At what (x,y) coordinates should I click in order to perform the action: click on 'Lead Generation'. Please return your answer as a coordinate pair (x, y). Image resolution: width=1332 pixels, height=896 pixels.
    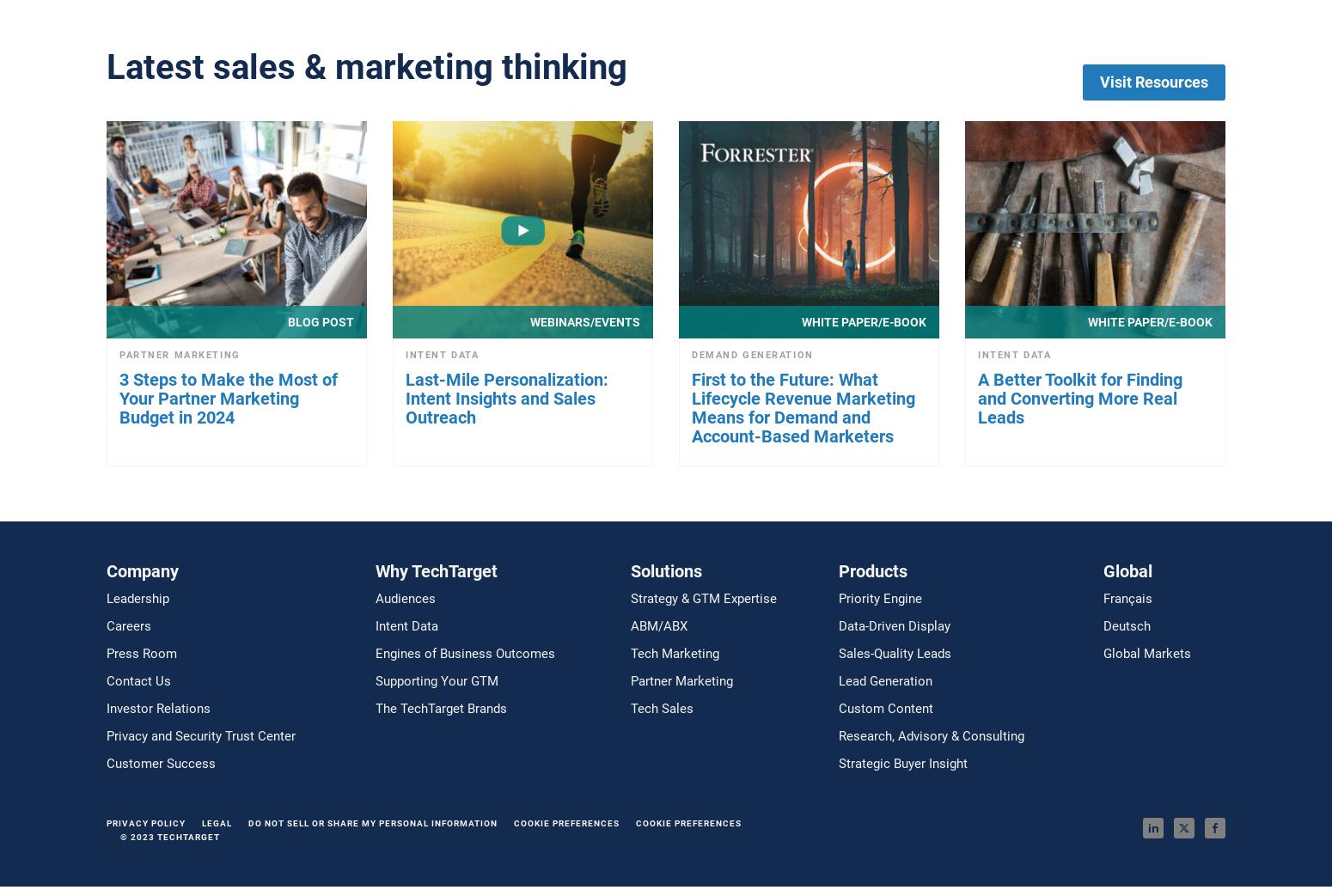
    Looking at the image, I should click on (838, 679).